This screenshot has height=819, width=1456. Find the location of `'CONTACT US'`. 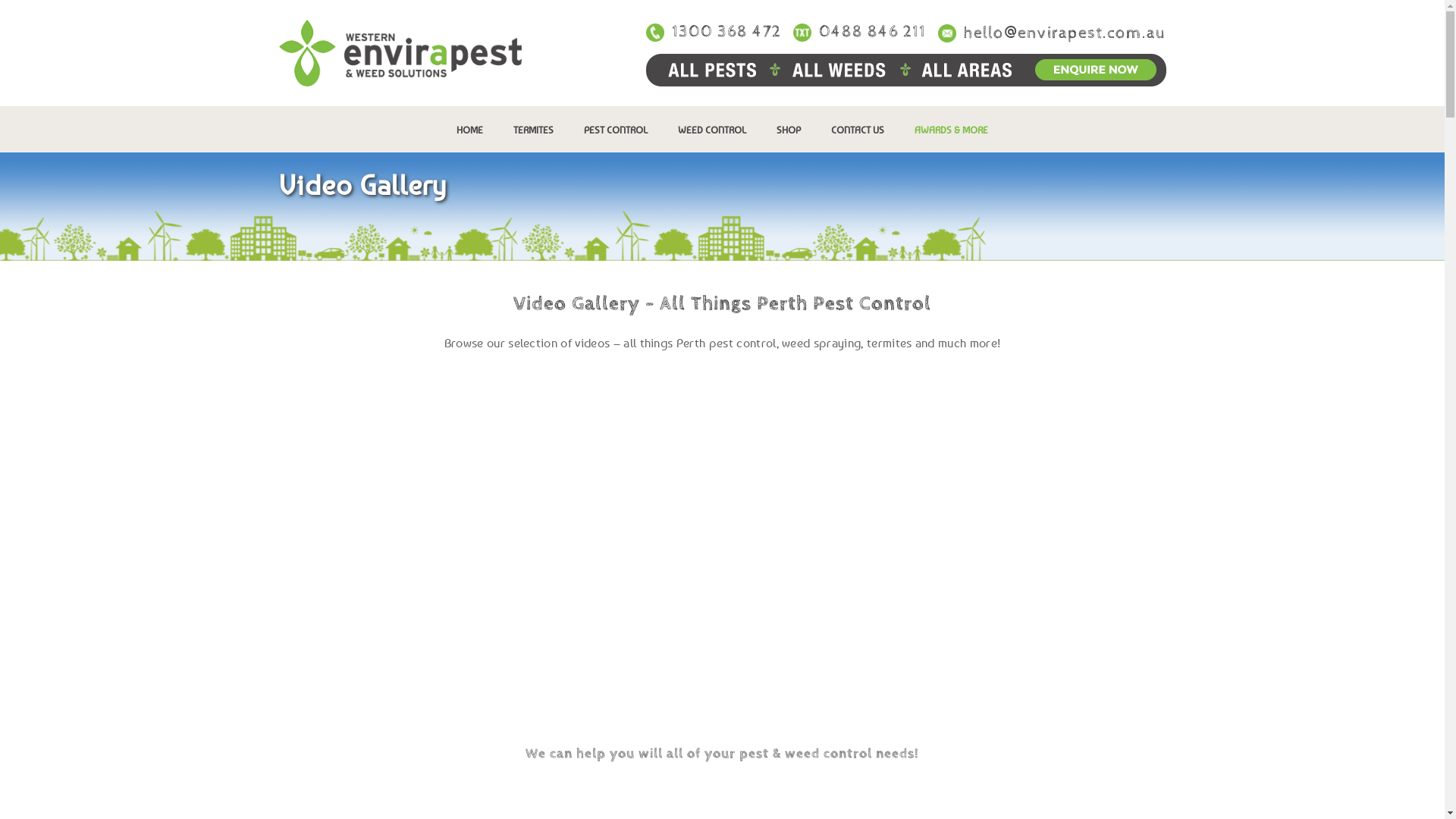

'CONTACT US' is located at coordinates (858, 128).